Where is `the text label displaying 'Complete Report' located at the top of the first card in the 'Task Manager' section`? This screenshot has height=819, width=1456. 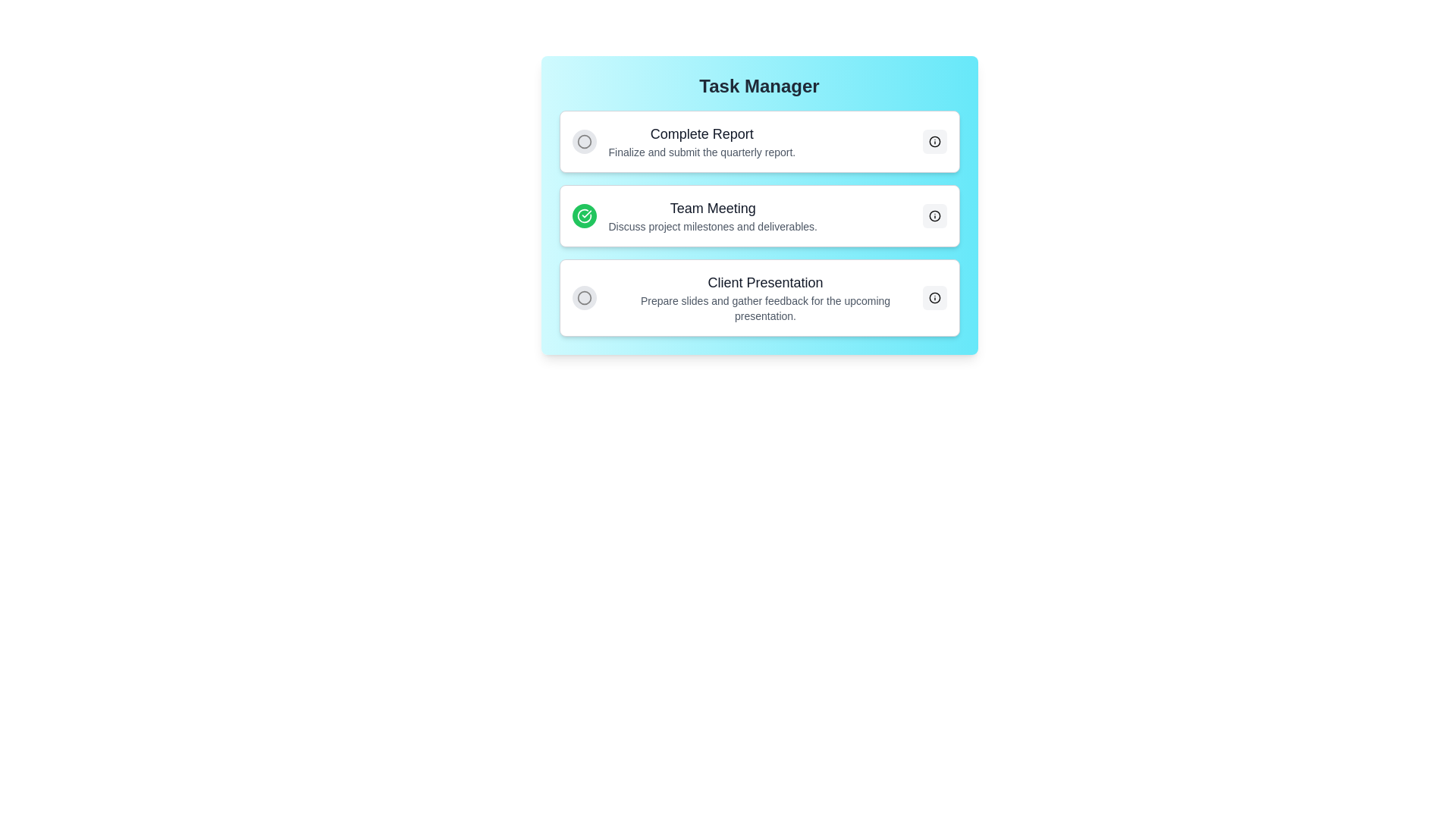
the text label displaying 'Complete Report' located at the top of the first card in the 'Task Manager' section is located at coordinates (701, 133).